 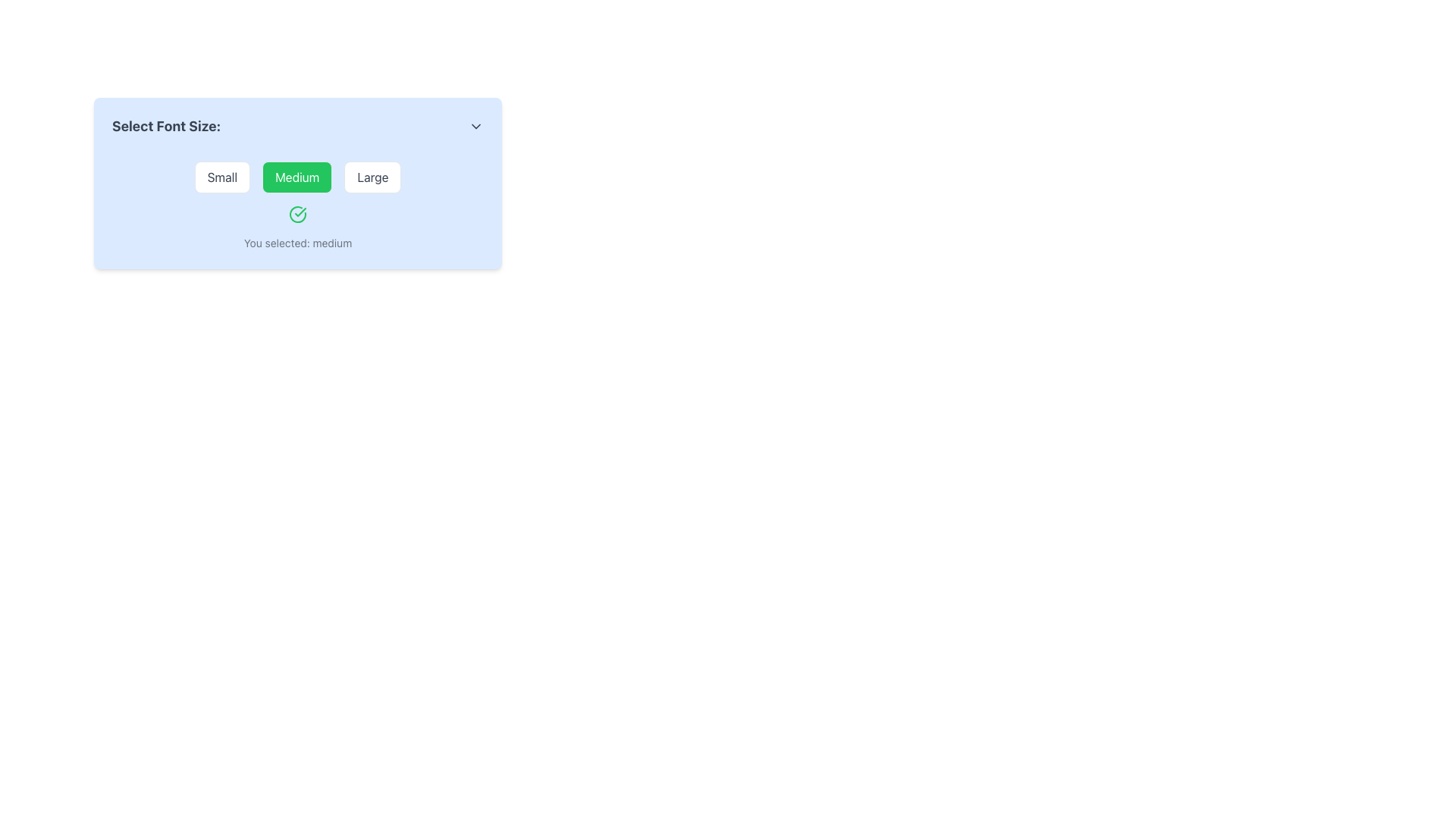 What do you see at coordinates (298, 242) in the screenshot?
I see `the Static Text Display element that shows 'You selected: medium', which is located below the buttons for 'Small', 'Medium', and 'Large', and above the green checkmark symbol` at bounding box center [298, 242].